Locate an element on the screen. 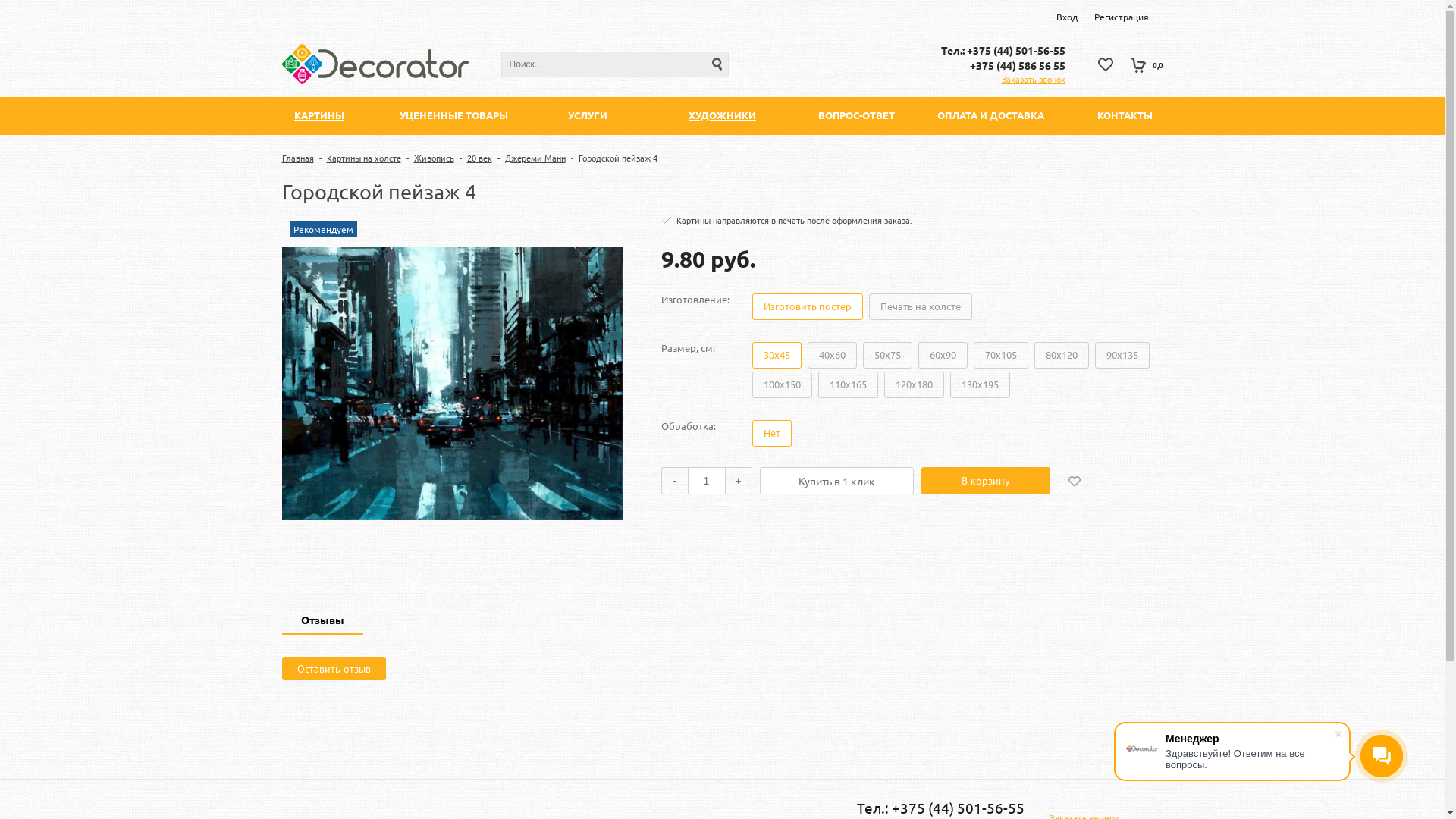  '100x150' is located at coordinates (782, 384).